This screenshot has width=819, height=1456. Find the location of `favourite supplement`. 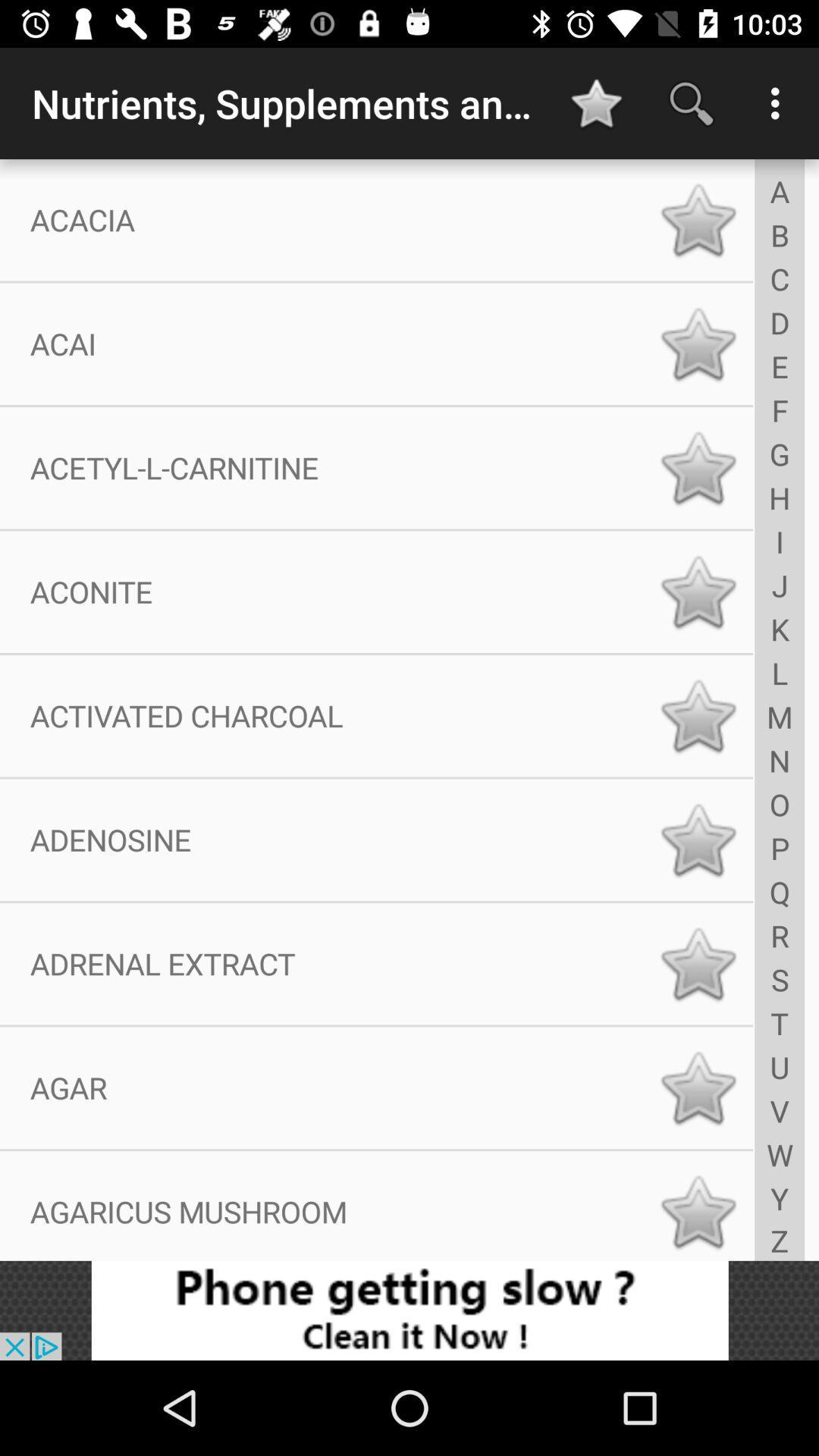

favourite supplement is located at coordinates (698, 467).